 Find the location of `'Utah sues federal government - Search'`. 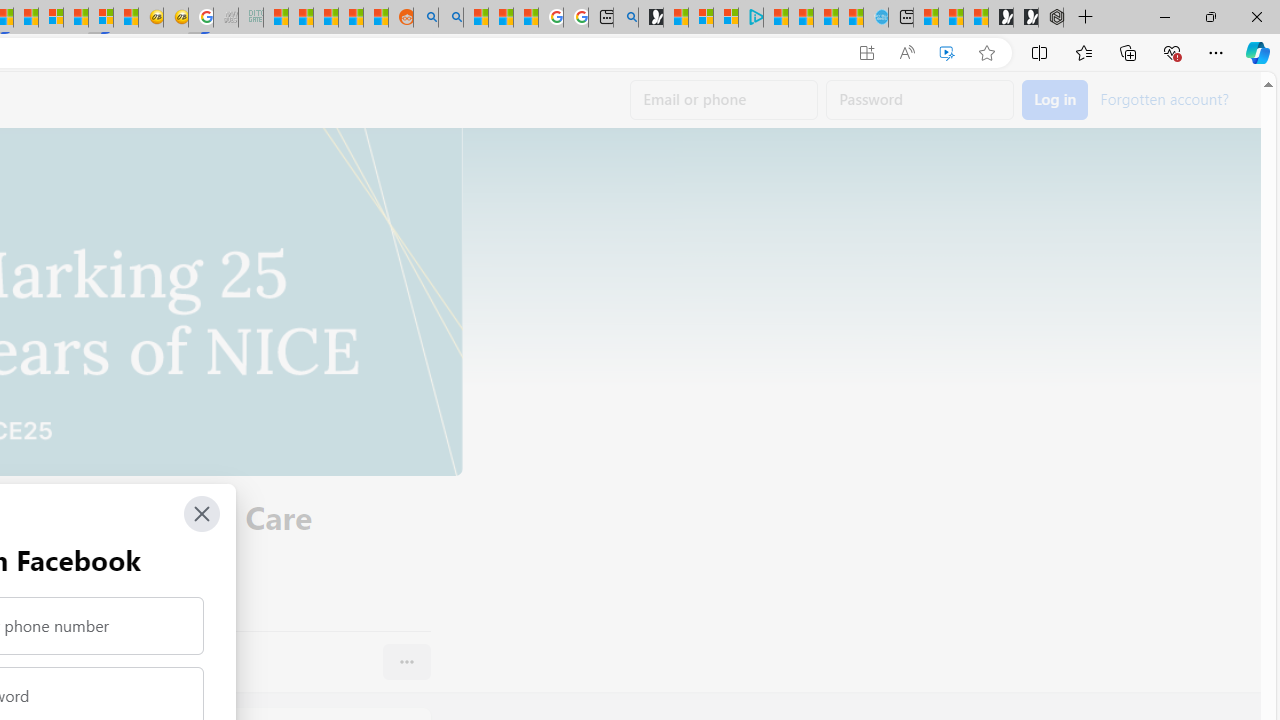

'Utah sues federal government - Search' is located at coordinates (450, 17).